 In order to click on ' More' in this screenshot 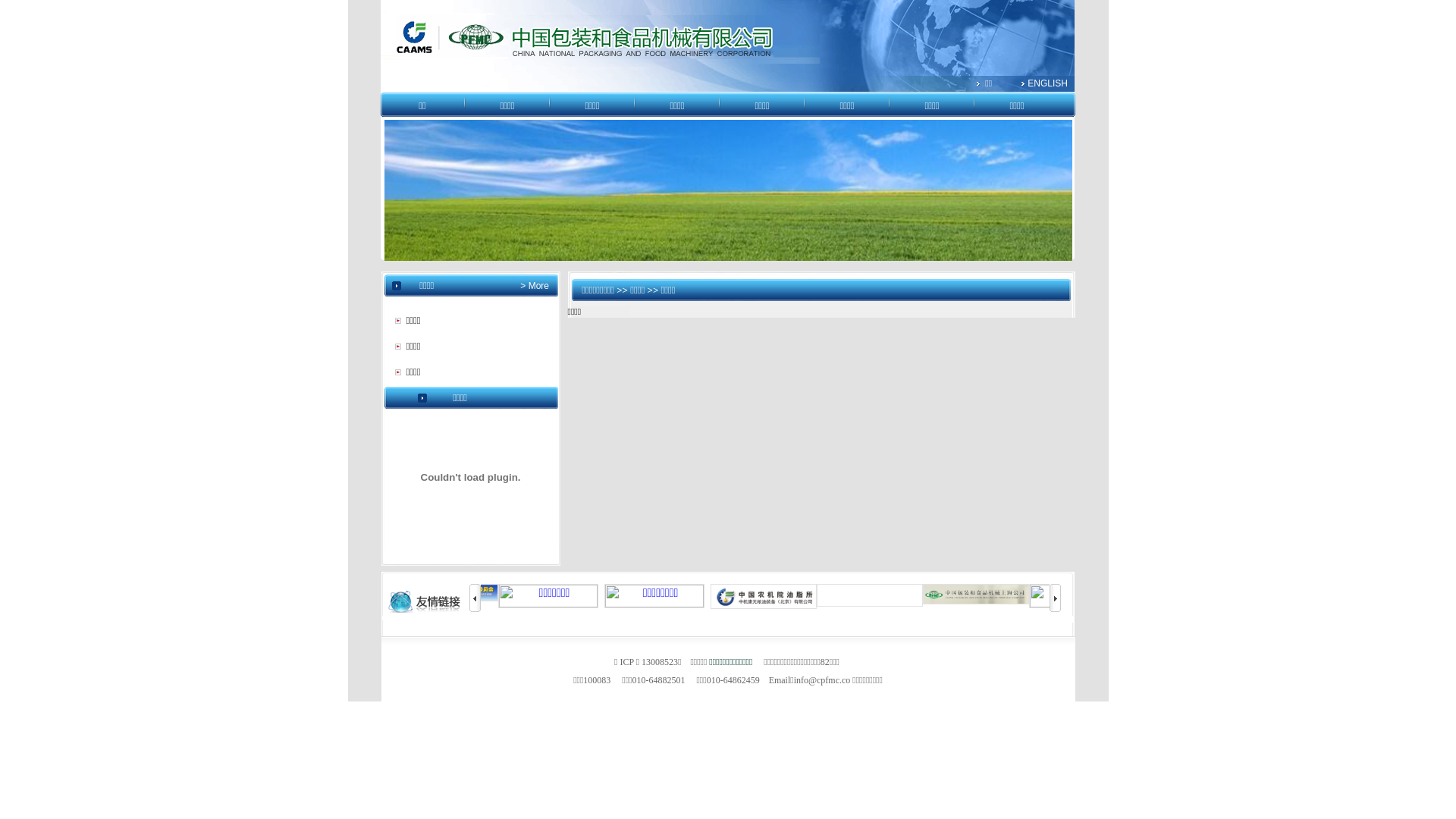, I will do `click(537, 286)`.